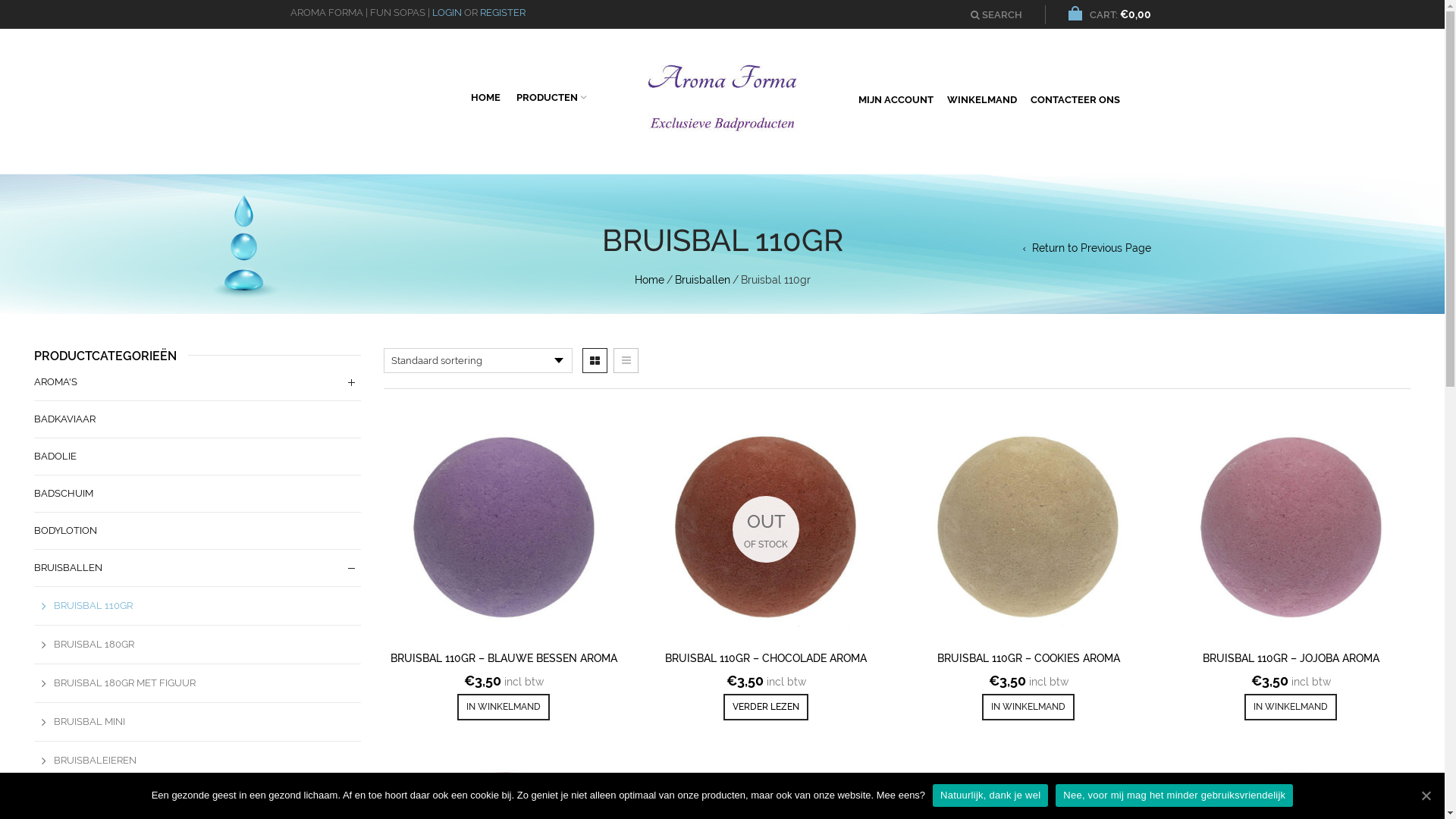 The width and height of the screenshot is (1456, 819). Describe the element at coordinates (765, 529) in the screenshot. I see `'OUT` at that location.